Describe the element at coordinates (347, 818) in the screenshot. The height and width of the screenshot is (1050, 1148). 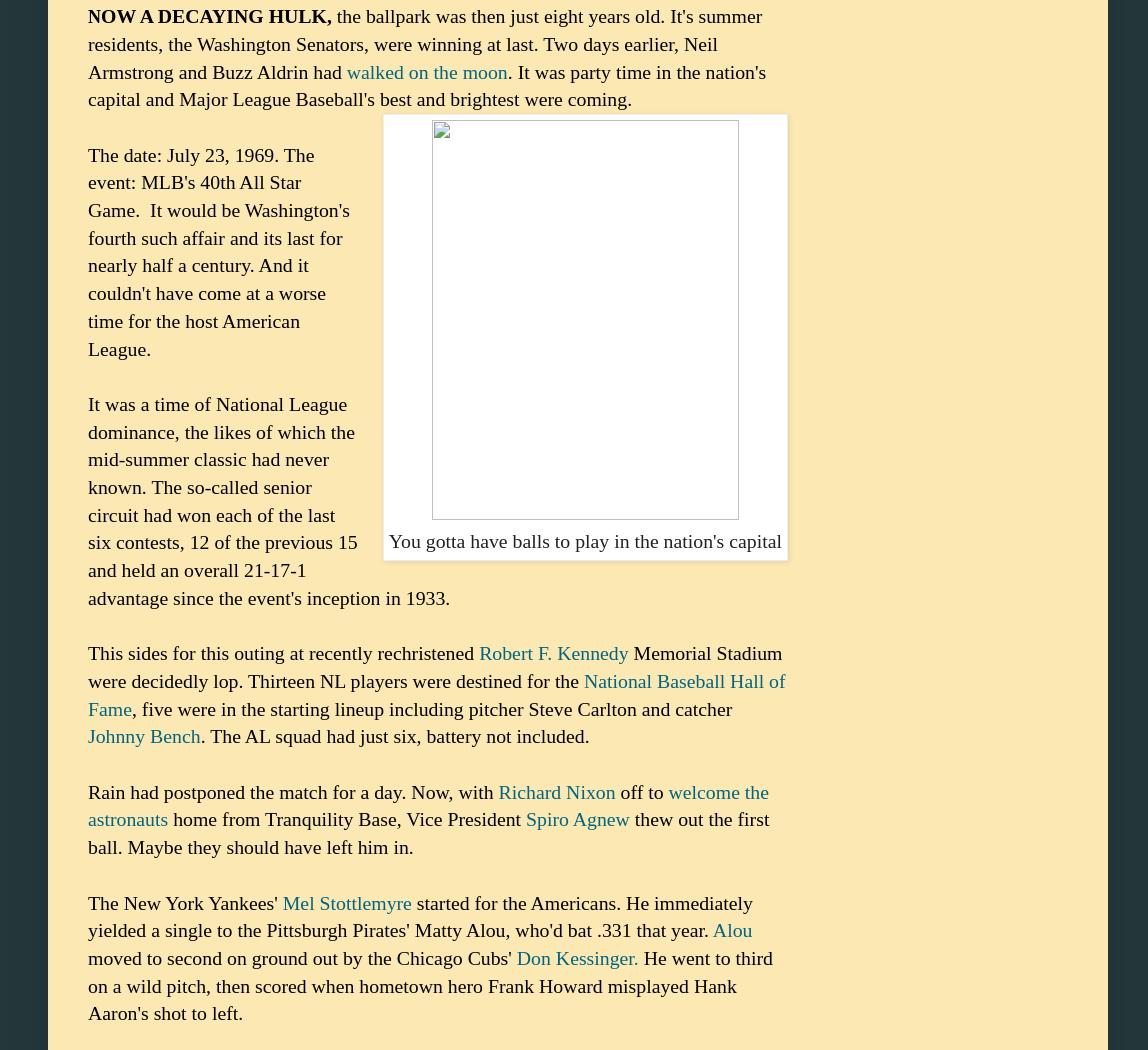
I see `'home from Tranquility Base, Vice President'` at that location.